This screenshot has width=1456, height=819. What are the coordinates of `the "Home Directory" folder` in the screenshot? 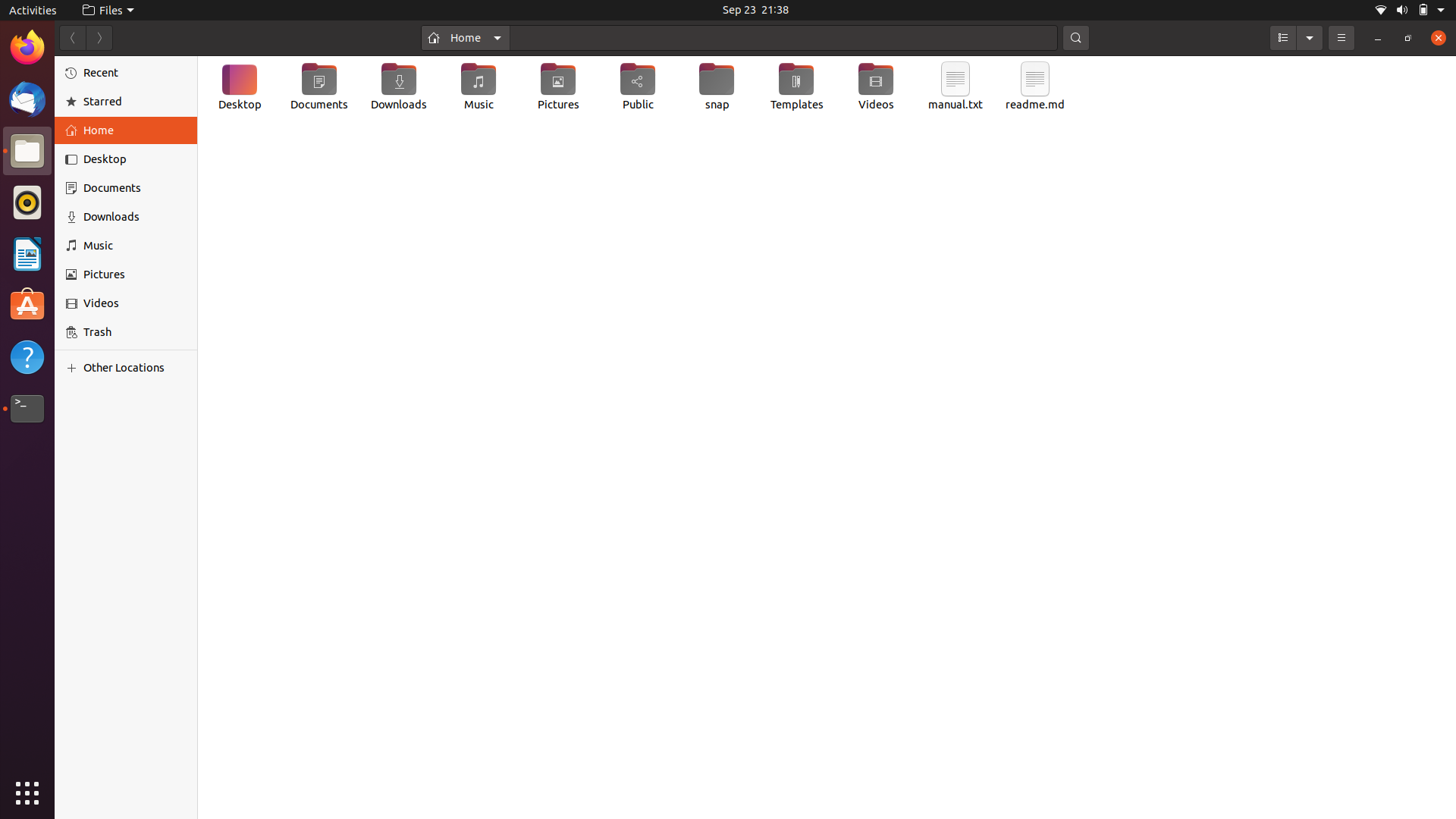 It's located at (464, 36).